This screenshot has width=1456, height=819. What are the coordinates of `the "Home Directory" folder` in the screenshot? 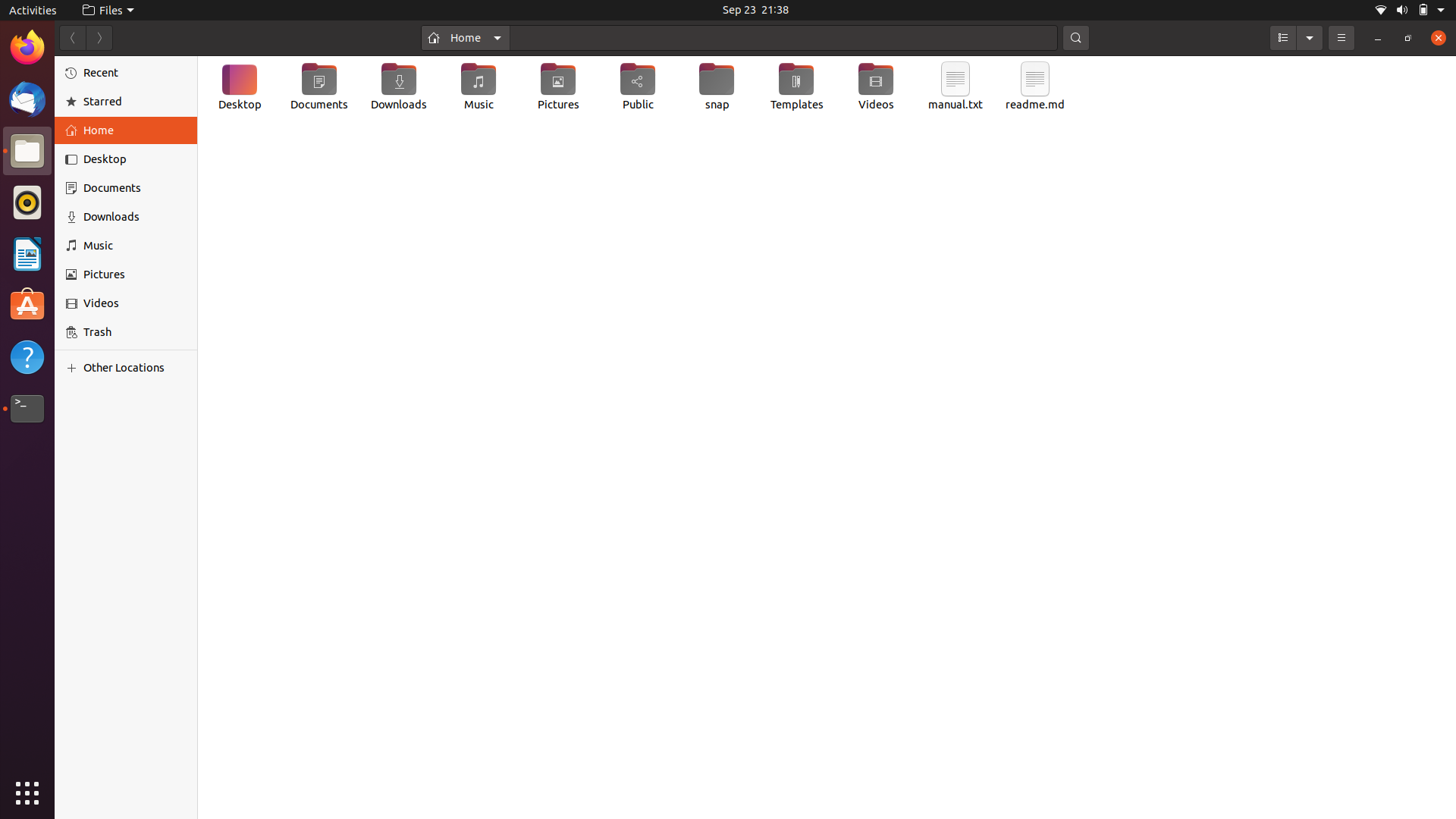 It's located at (464, 36).